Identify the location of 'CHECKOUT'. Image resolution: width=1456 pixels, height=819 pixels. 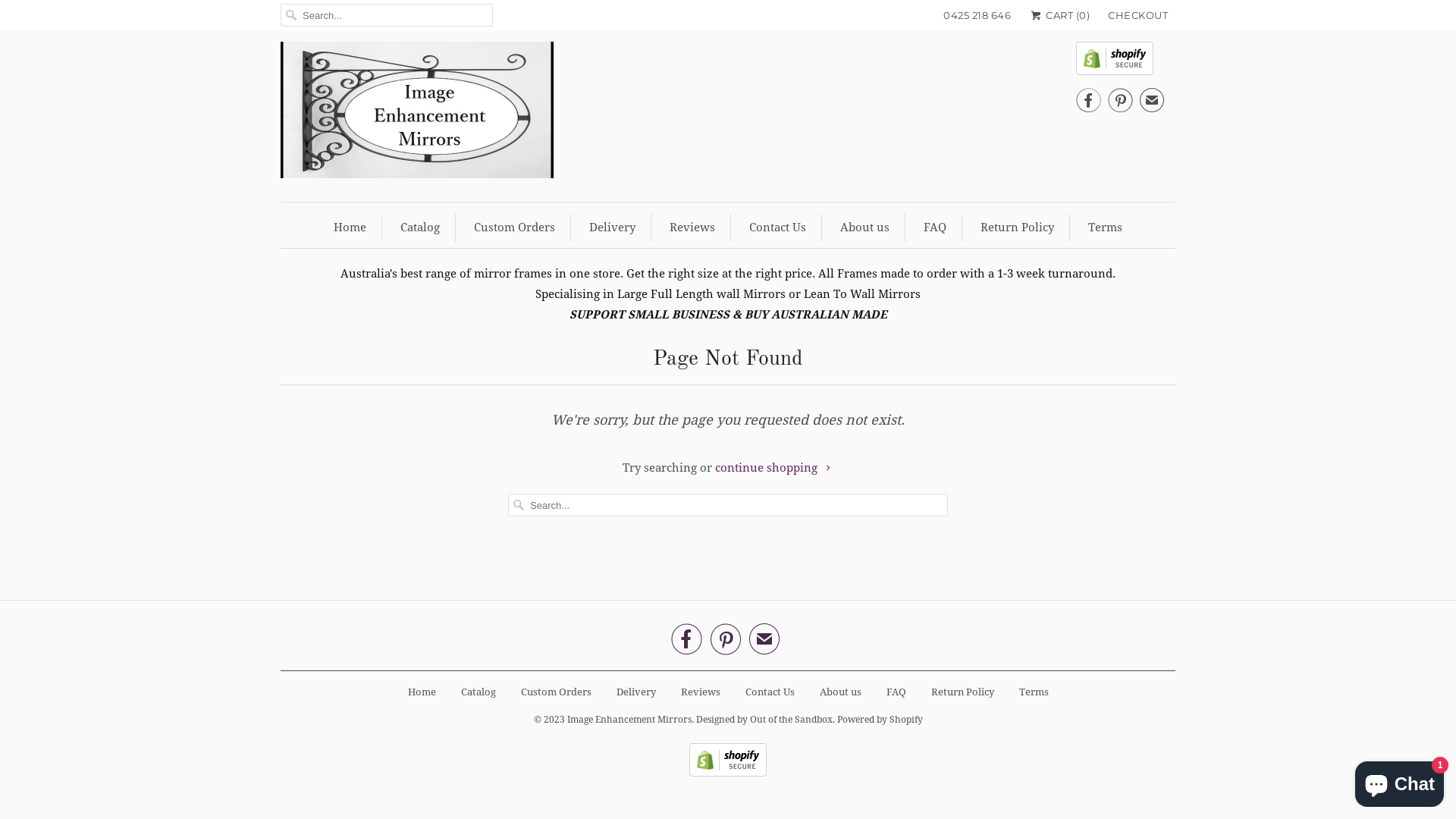
(1137, 14).